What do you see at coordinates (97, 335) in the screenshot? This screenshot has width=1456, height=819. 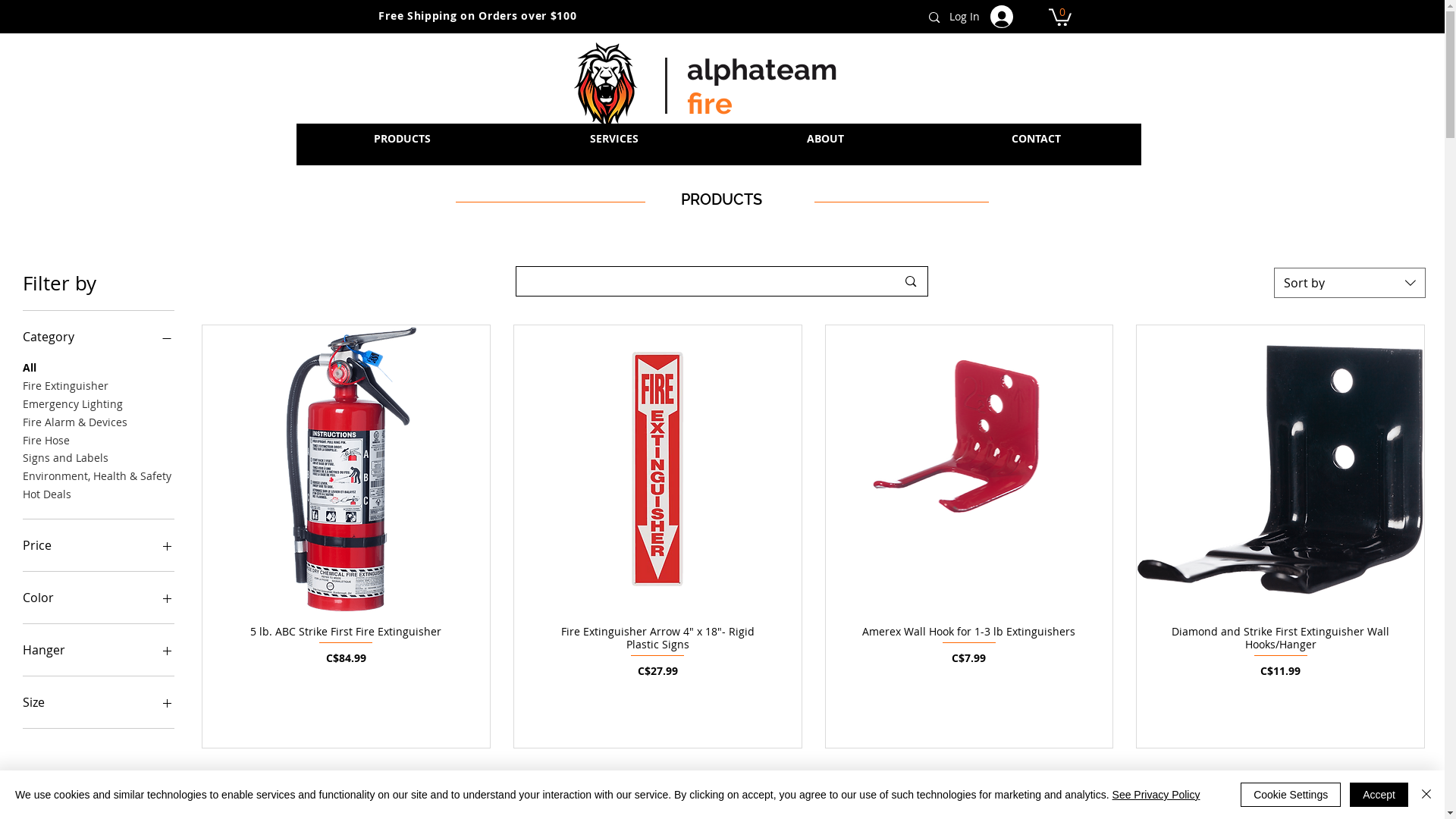 I see `'Category'` at bounding box center [97, 335].